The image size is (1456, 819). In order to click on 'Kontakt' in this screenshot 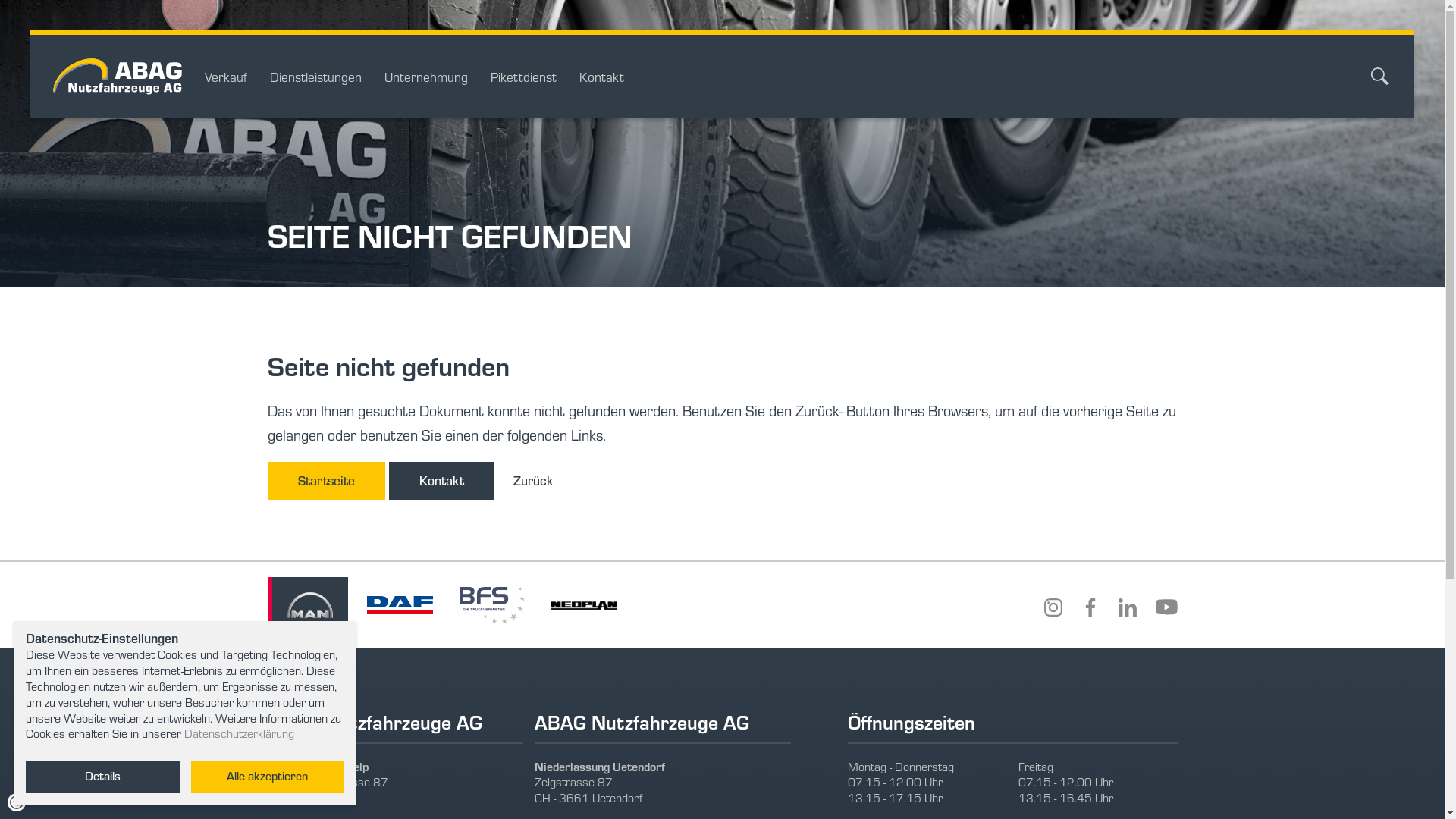, I will do `click(601, 76)`.